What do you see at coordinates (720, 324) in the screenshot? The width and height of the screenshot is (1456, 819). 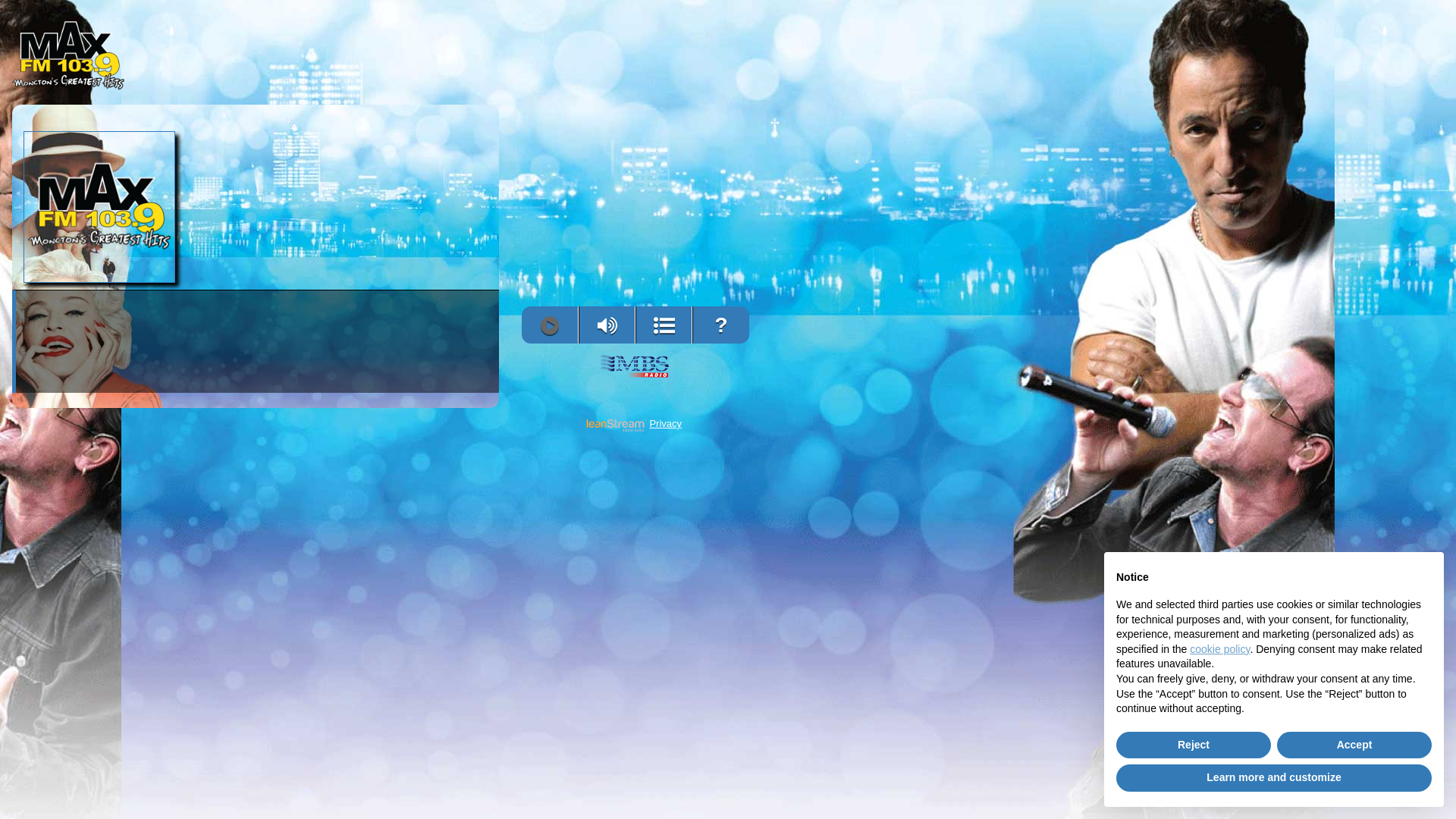 I see `'?'` at bounding box center [720, 324].